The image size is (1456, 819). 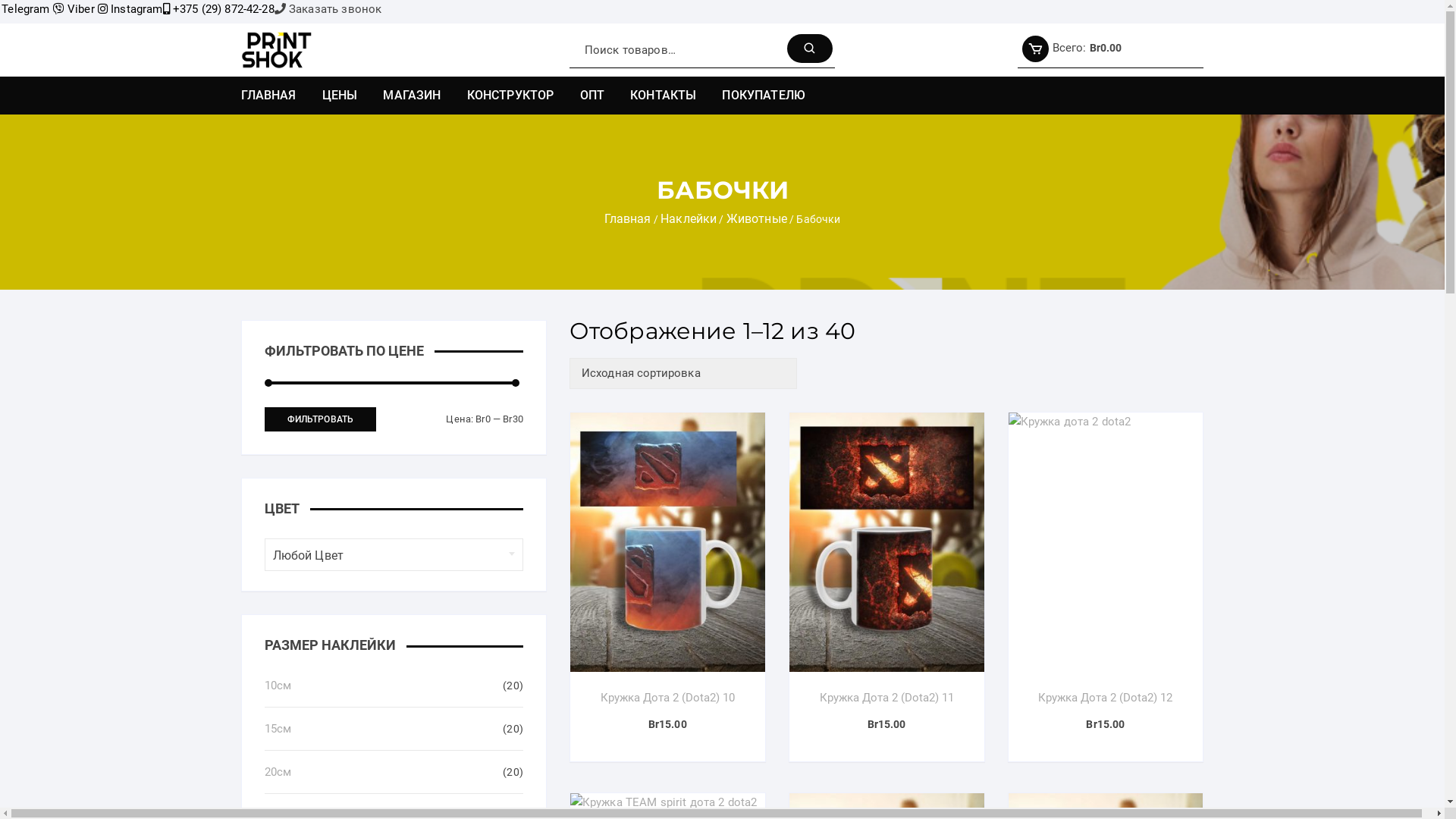 What do you see at coordinates (218, 8) in the screenshot?
I see `'+375 (29) 872-42-28'` at bounding box center [218, 8].